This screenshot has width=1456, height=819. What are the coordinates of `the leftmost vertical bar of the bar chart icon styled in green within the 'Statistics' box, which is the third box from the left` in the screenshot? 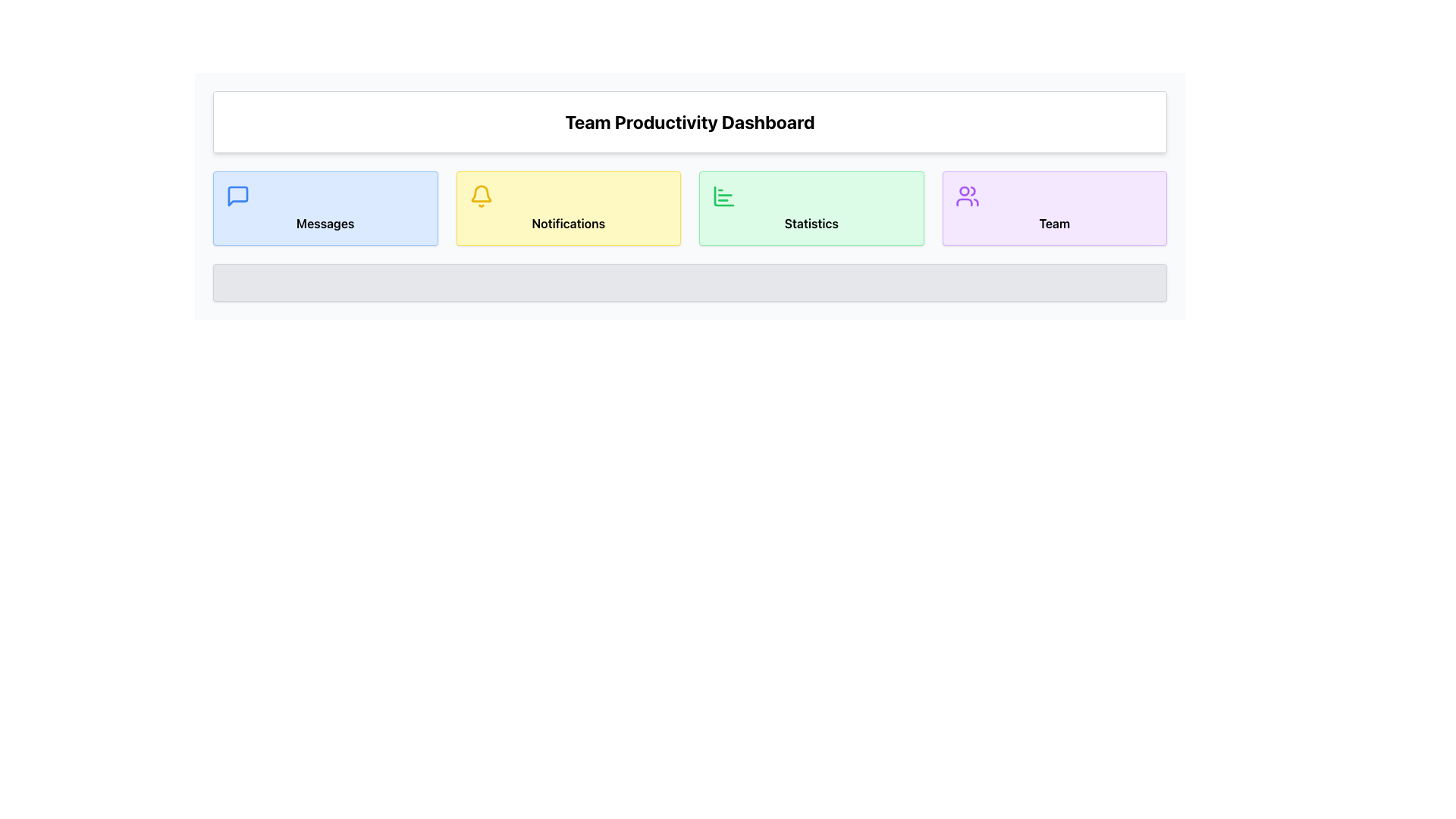 It's located at (723, 195).